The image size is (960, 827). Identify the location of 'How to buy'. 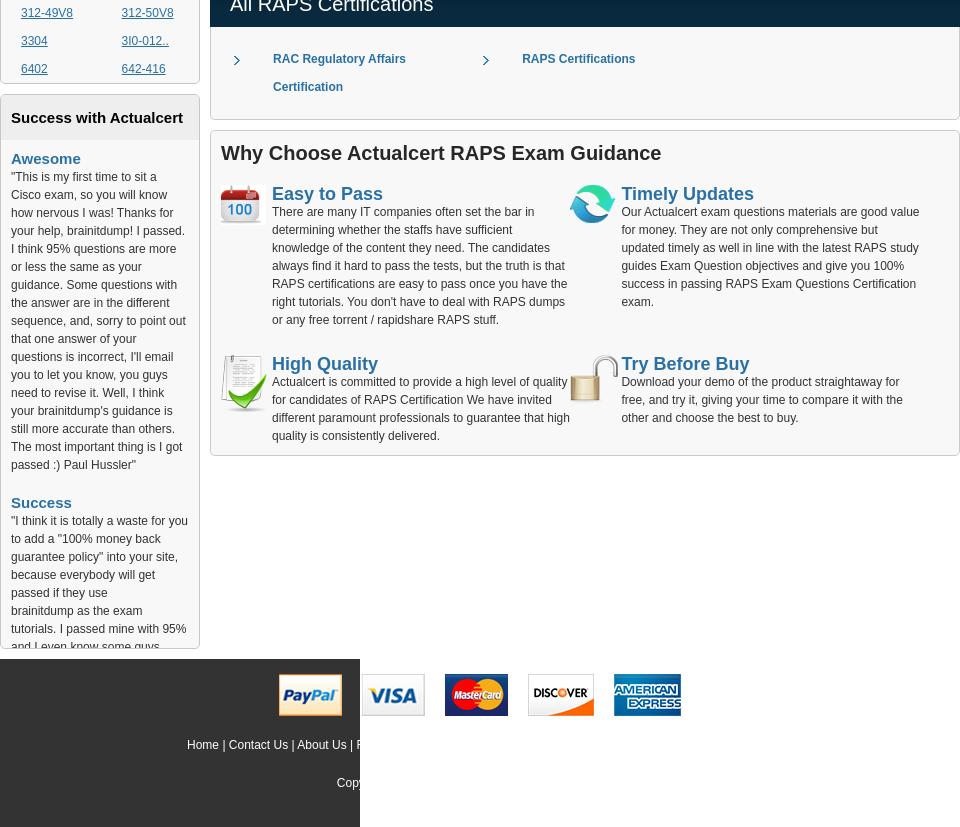
(740, 743).